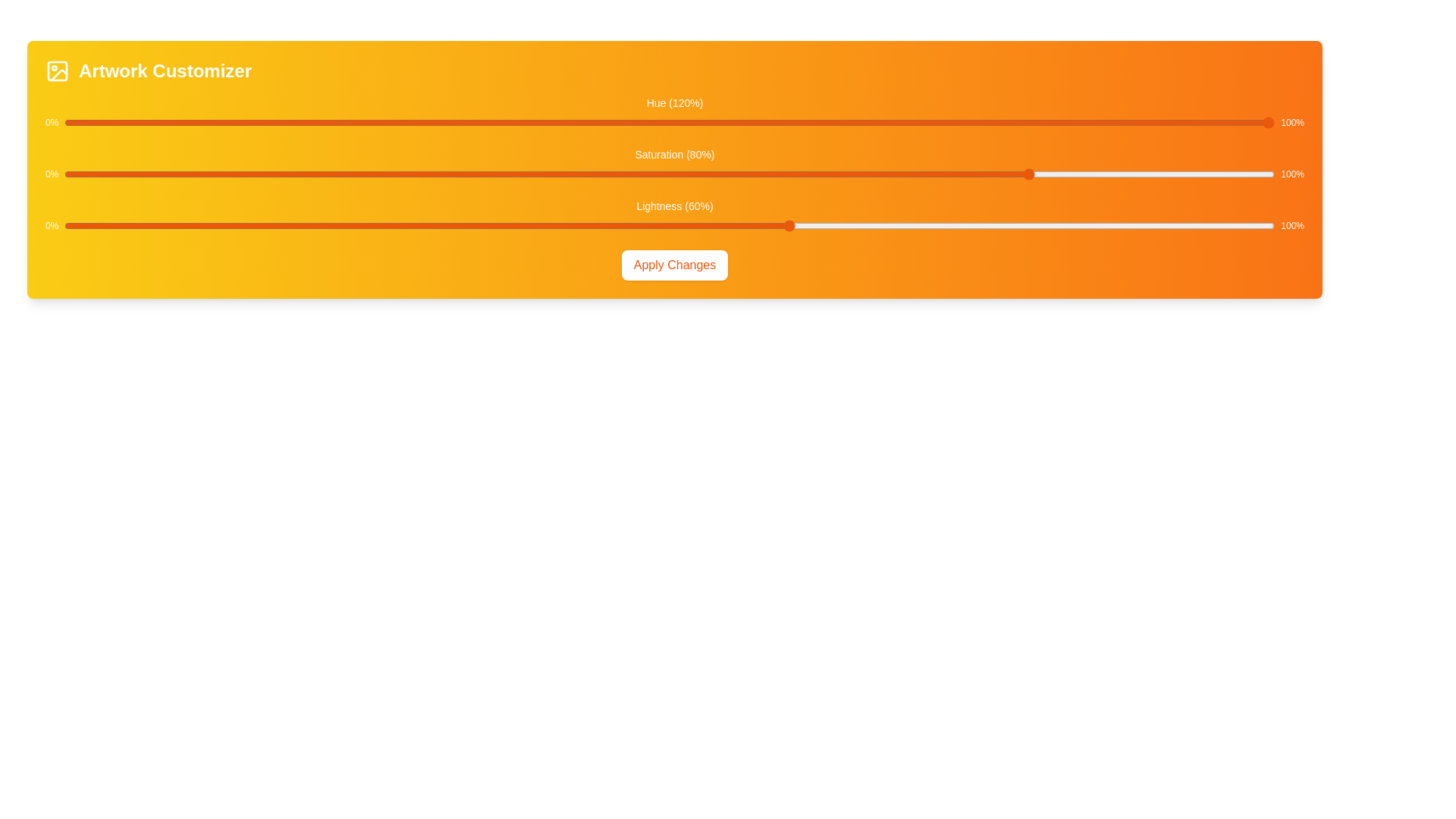 The height and width of the screenshot is (819, 1456). Describe the element at coordinates (270, 122) in the screenshot. I see `the hue slider to set its value to 17%` at that location.